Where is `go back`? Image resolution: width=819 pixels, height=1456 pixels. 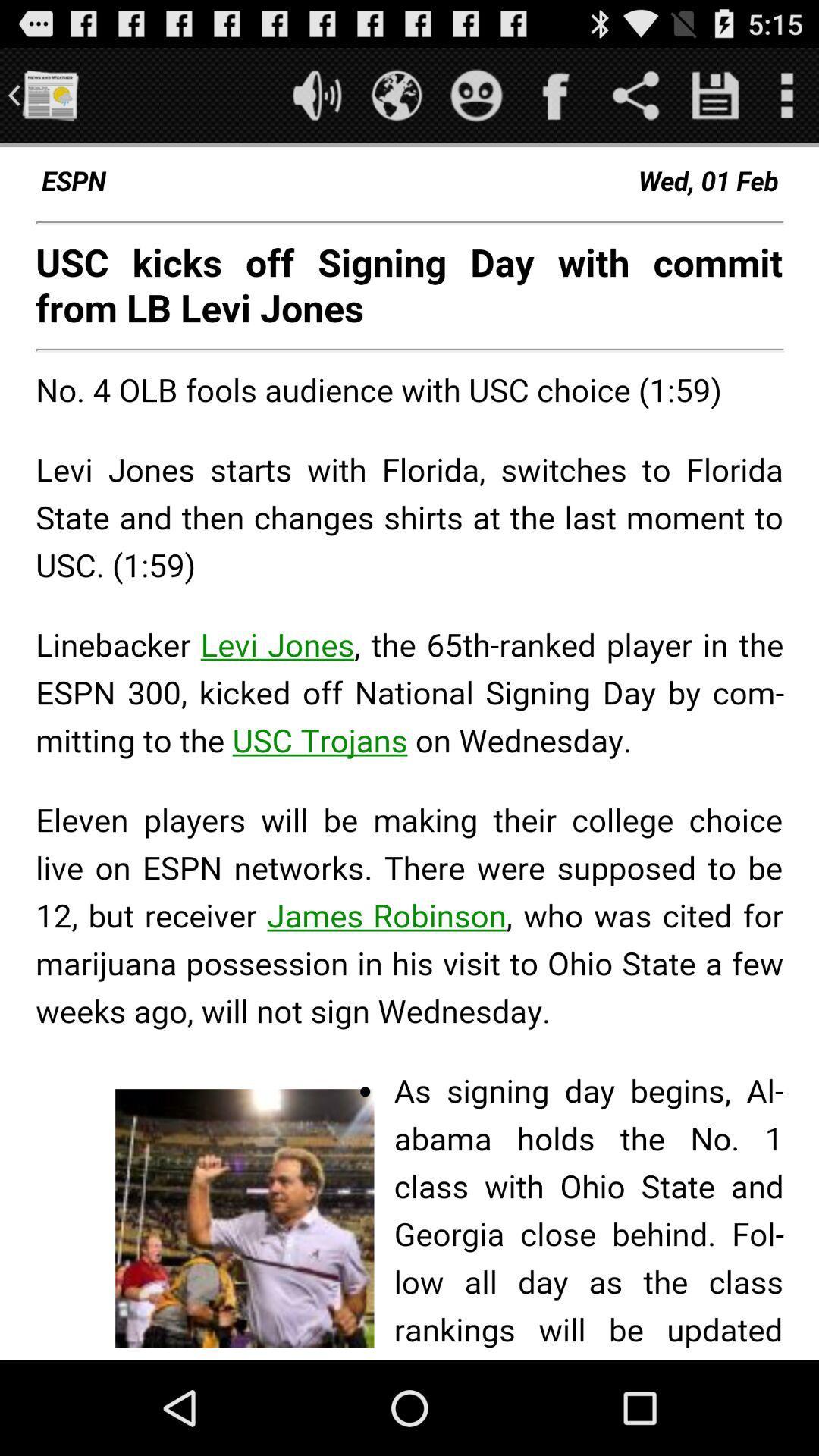
go back is located at coordinates (49, 94).